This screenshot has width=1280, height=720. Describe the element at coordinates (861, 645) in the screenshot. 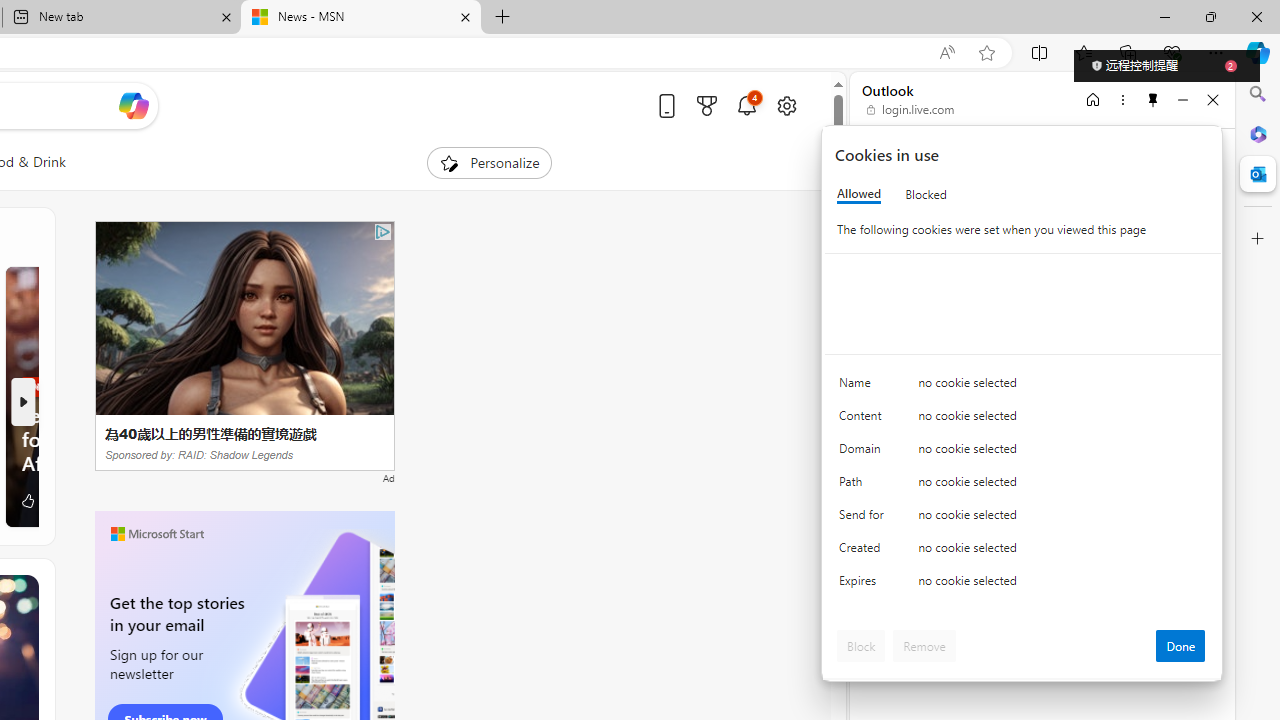

I see `'Block'` at that location.